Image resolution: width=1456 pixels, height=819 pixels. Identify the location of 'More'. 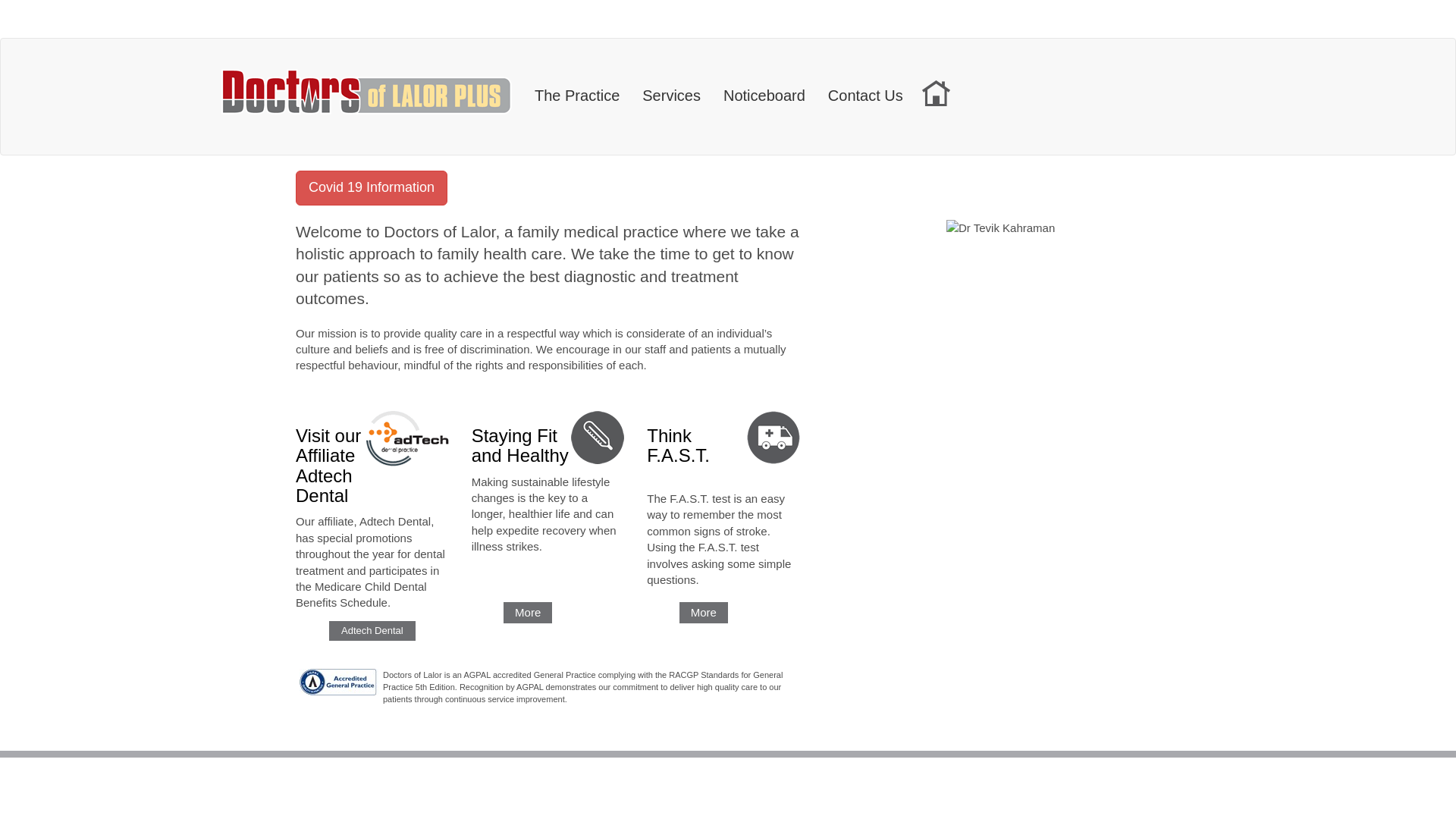
(528, 611).